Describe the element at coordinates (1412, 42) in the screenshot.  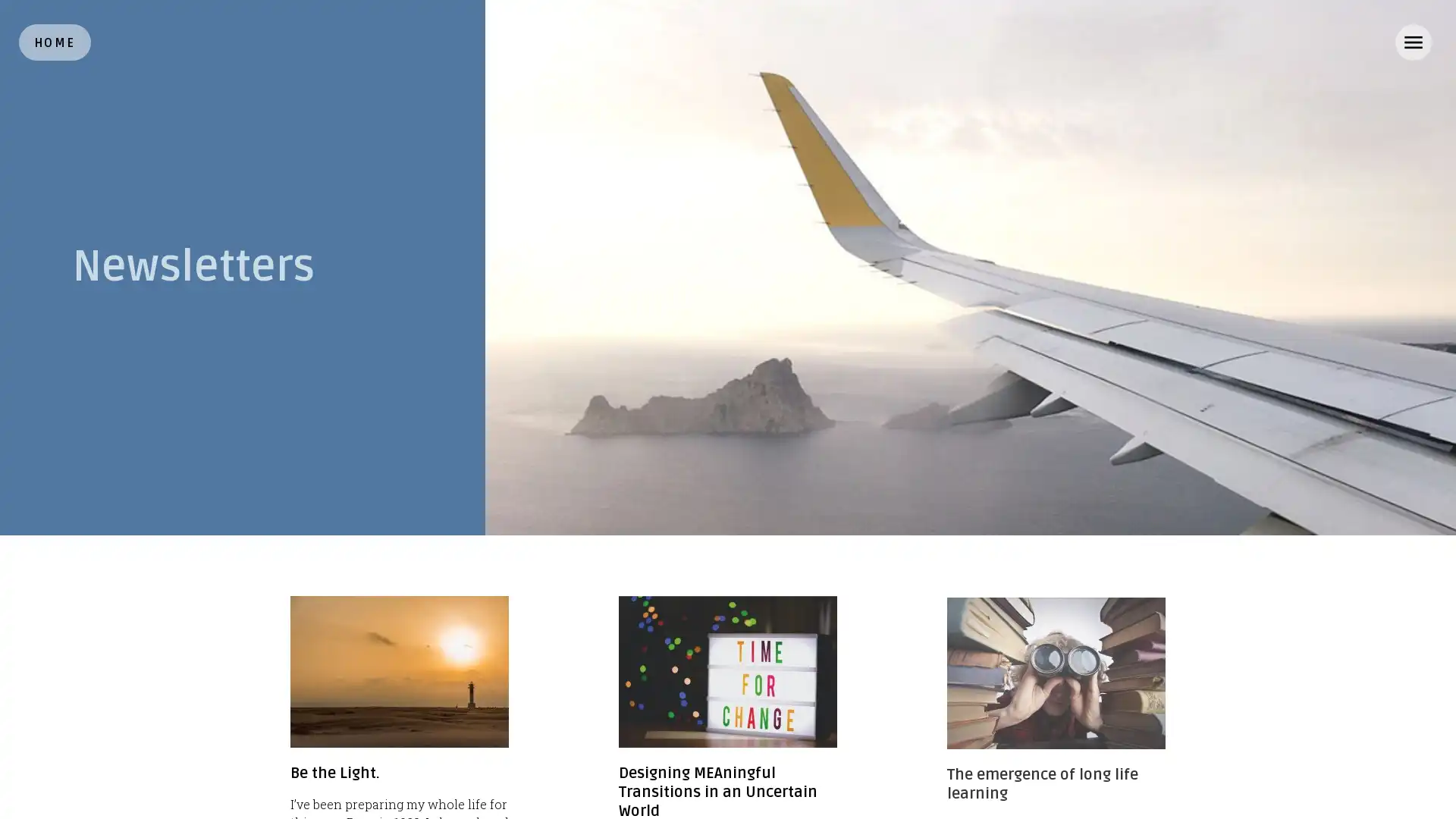
I see `MENU CLOSE` at that location.